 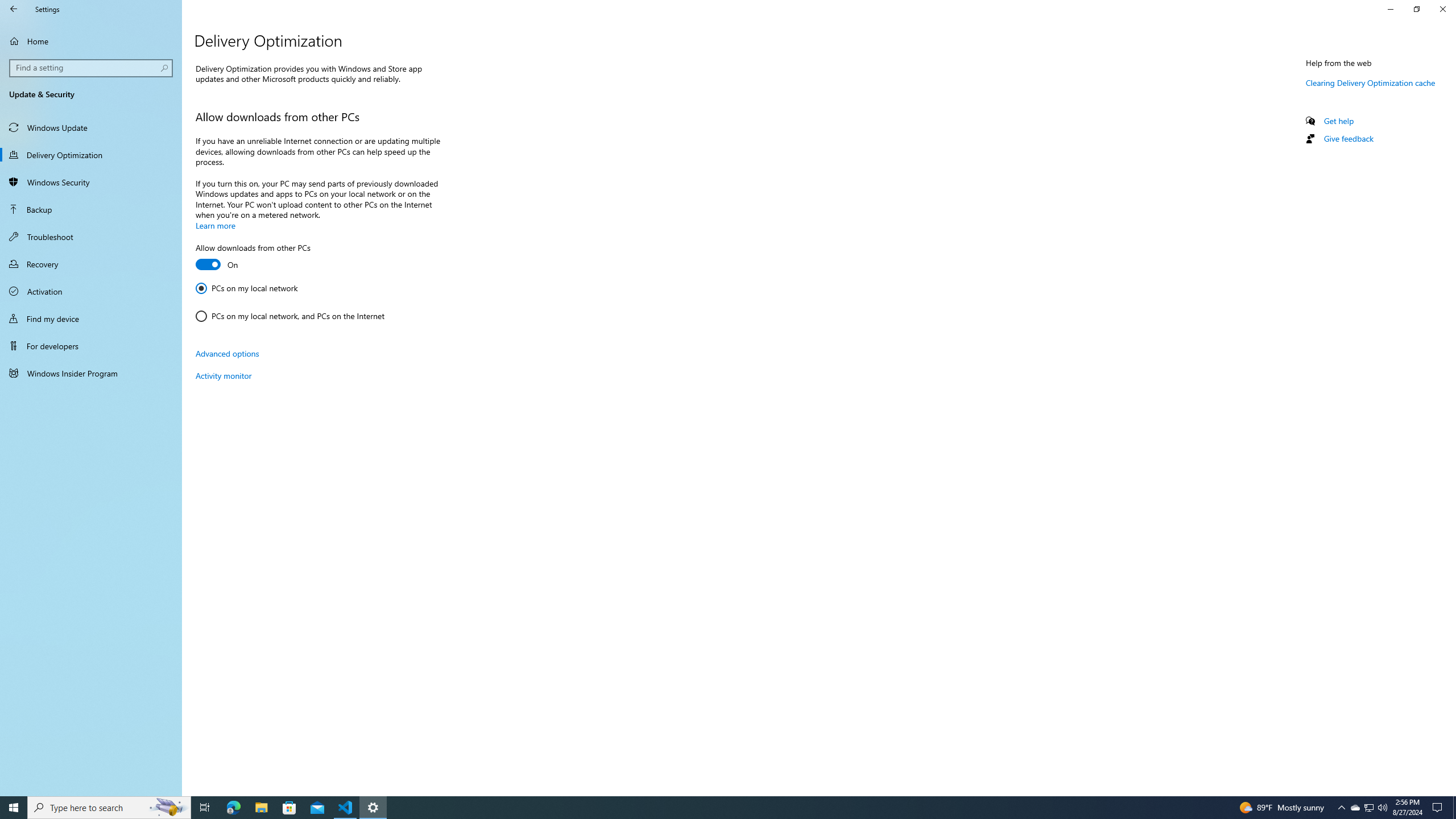 I want to click on 'PCs on my local network', so click(x=246, y=287).